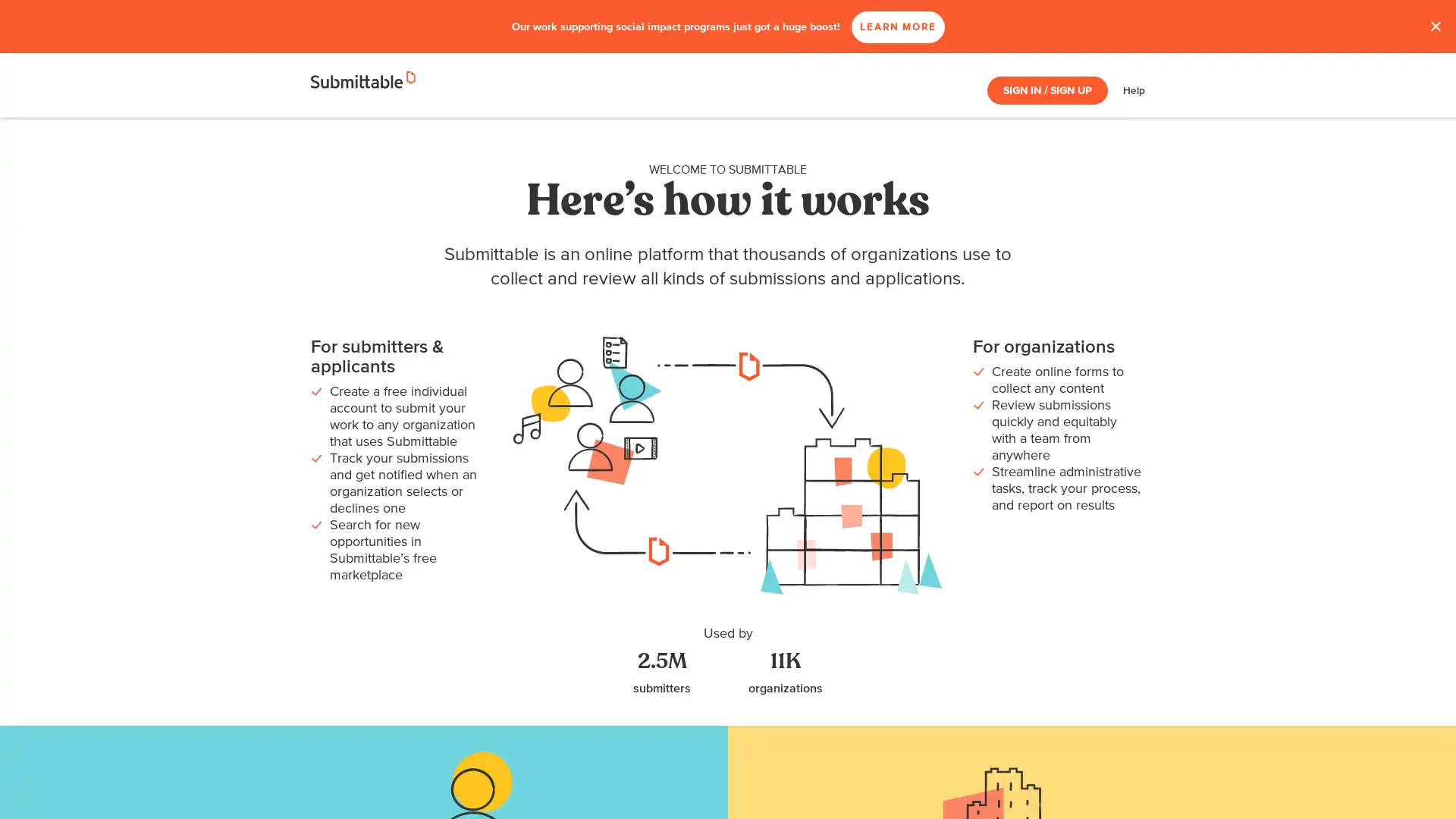 This screenshot has height=819, width=1456. Describe the element at coordinates (1417, 780) in the screenshot. I see `Open Intercom Messenger` at that location.